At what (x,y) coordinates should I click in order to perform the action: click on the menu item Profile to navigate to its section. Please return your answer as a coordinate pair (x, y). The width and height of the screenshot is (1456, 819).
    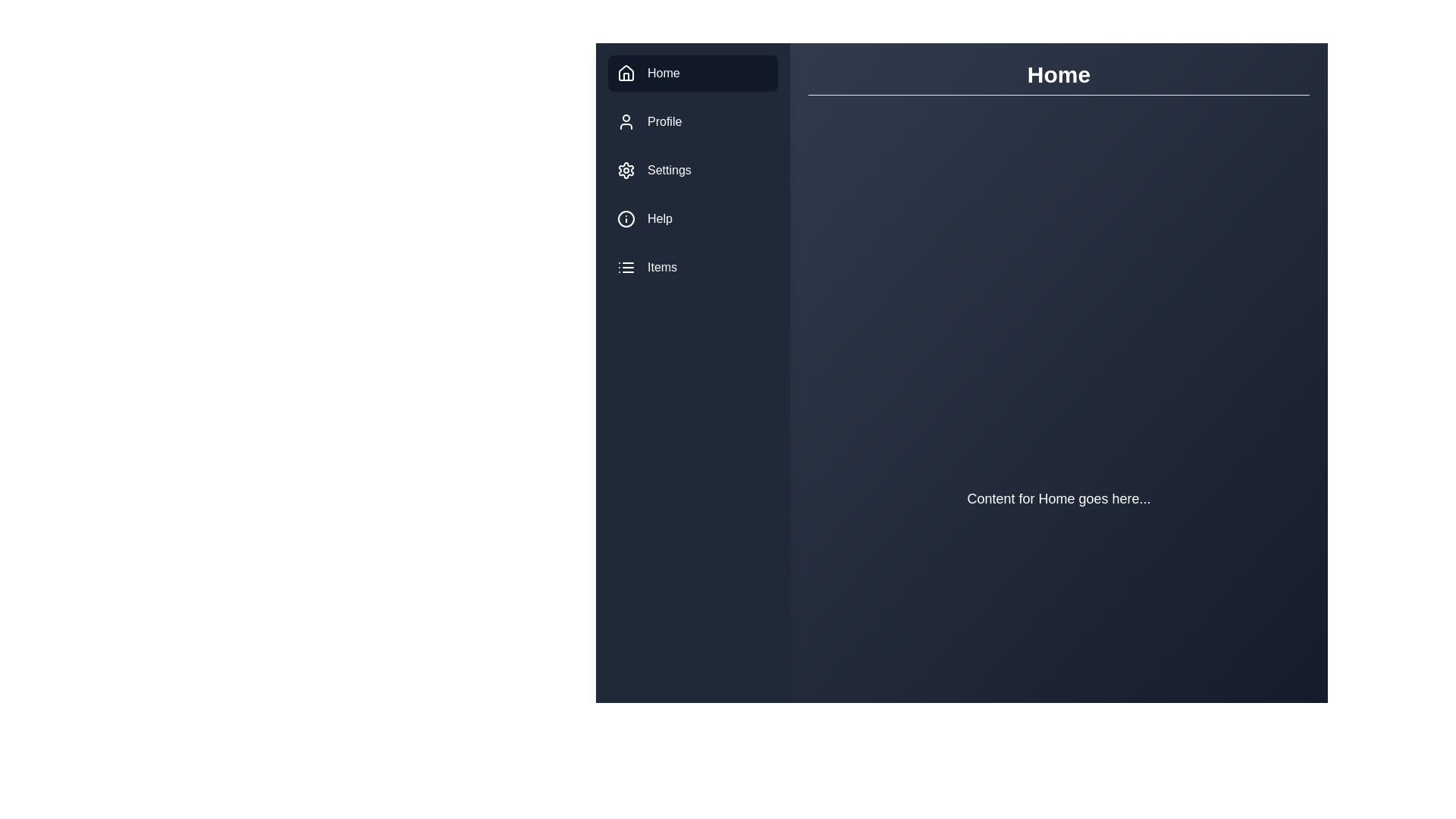
    Looking at the image, I should click on (692, 121).